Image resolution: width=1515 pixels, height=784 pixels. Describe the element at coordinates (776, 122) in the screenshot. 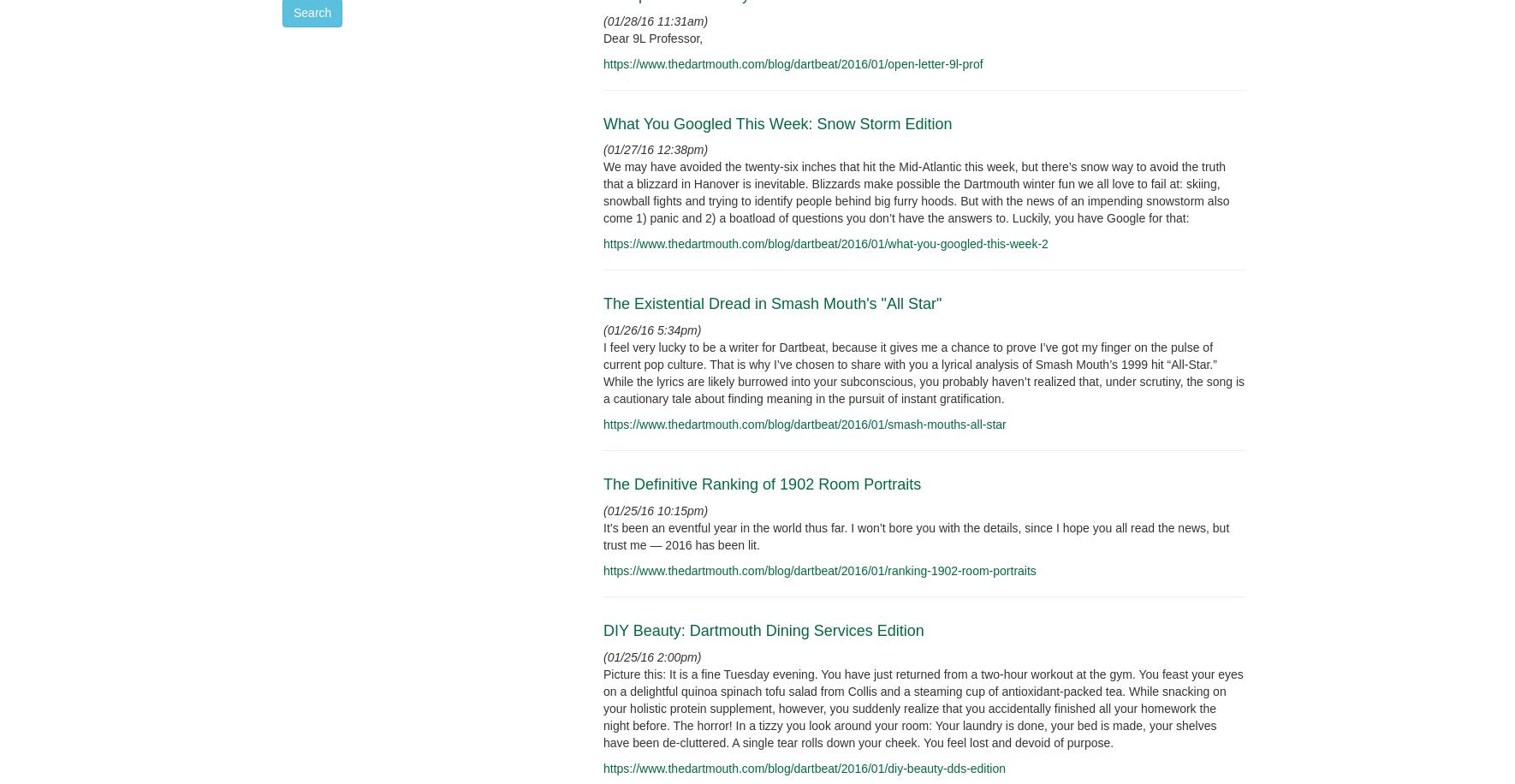

I see `'What You Googled This Week: Snow Storm Edition'` at that location.